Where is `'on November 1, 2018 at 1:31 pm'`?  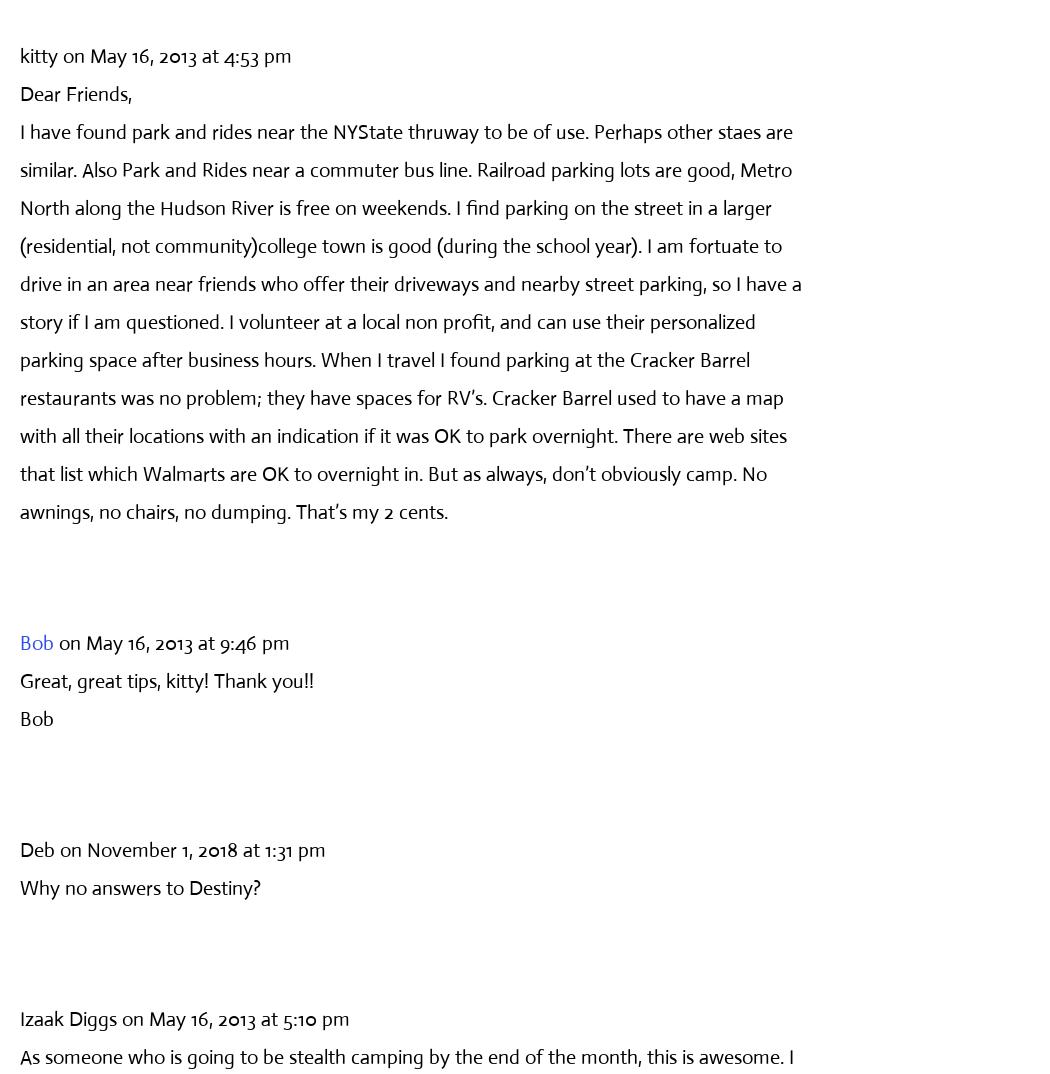 'on November 1, 2018 at 1:31 pm' is located at coordinates (58, 849).